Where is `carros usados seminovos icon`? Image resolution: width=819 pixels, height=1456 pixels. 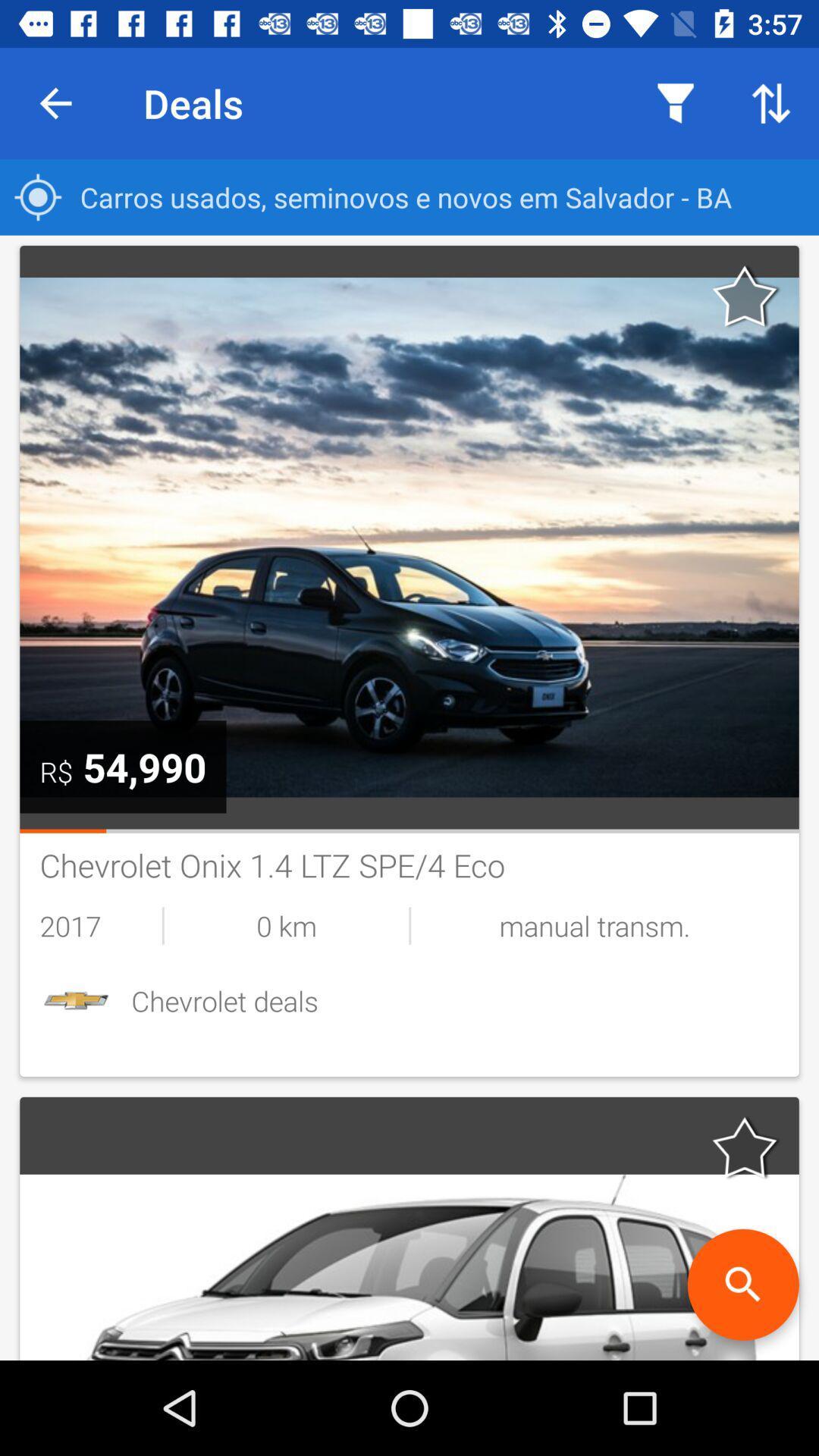
carros usados seminovos icon is located at coordinates (409, 196).